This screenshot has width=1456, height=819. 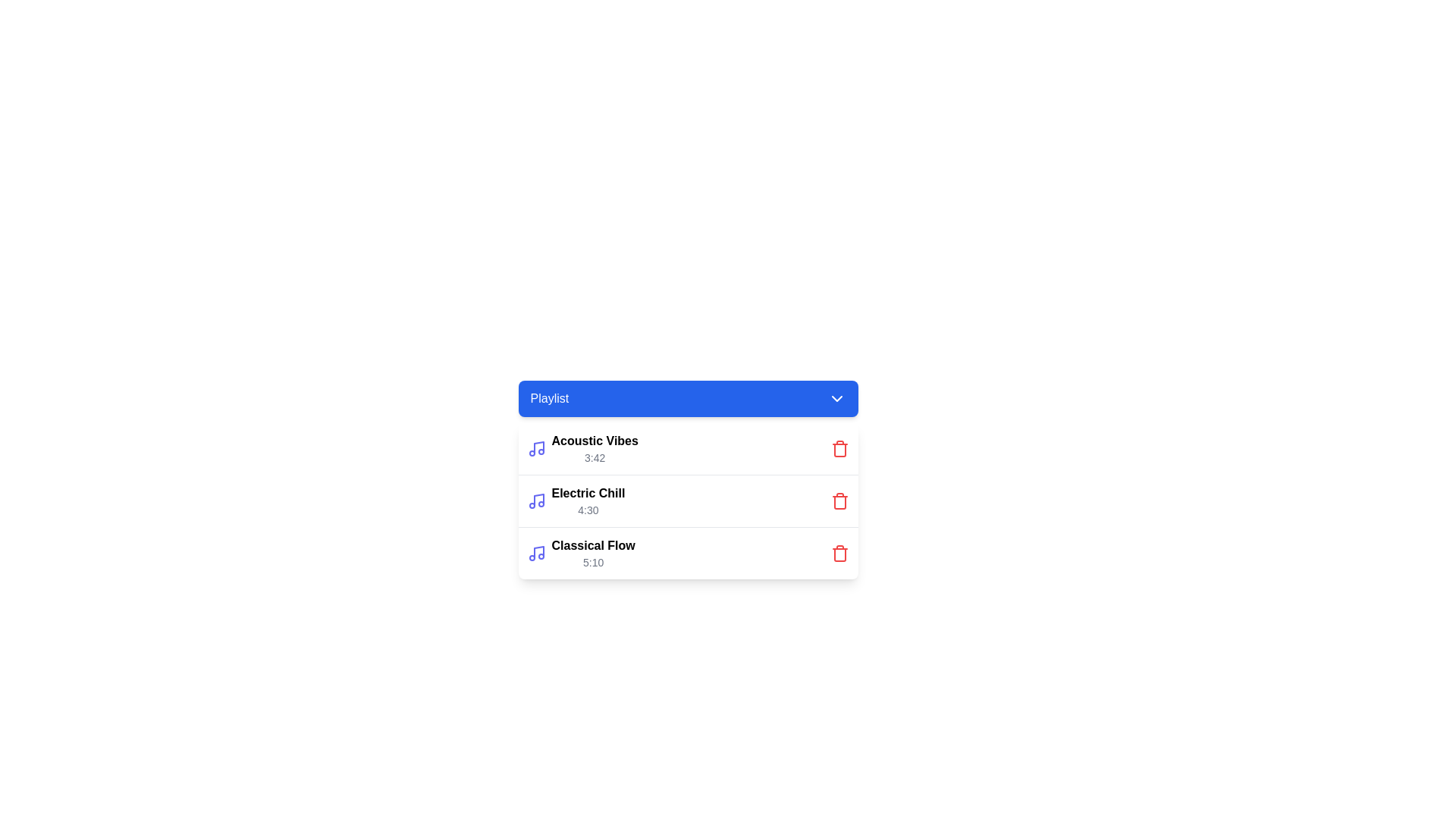 What do you see at coordinates (839, 553) in the screenshot?
I see `the delete button located at the far-right end of the row representing the song 'Classical Flow 5:10' in the playlist` at bounding box center [839, 553].